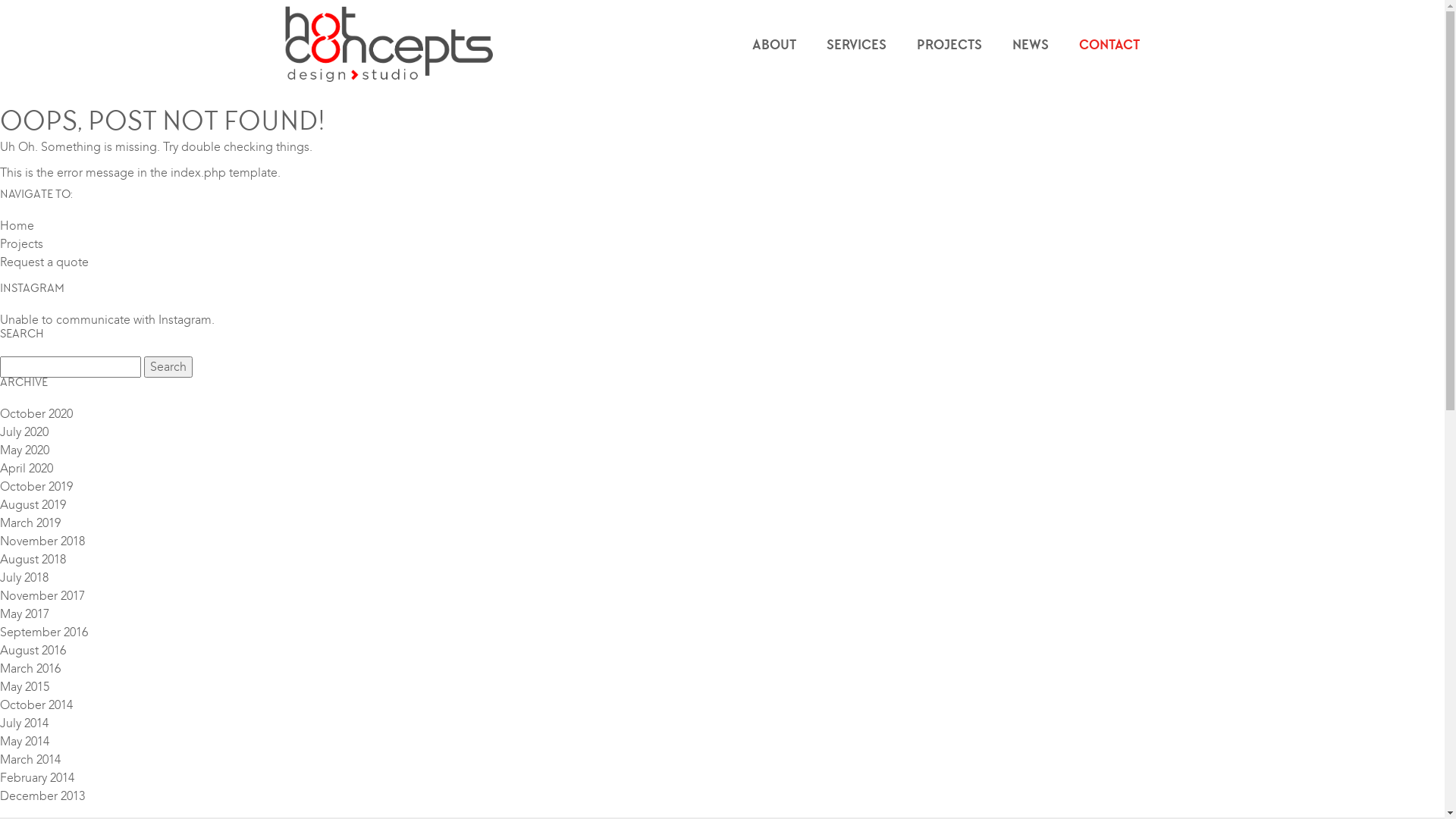 Image resolution: width=1456 pixels, height=819 pixels. Describe the element at coordinates (30, 522) in the screenshot. I see `'March 2019'` at that location.